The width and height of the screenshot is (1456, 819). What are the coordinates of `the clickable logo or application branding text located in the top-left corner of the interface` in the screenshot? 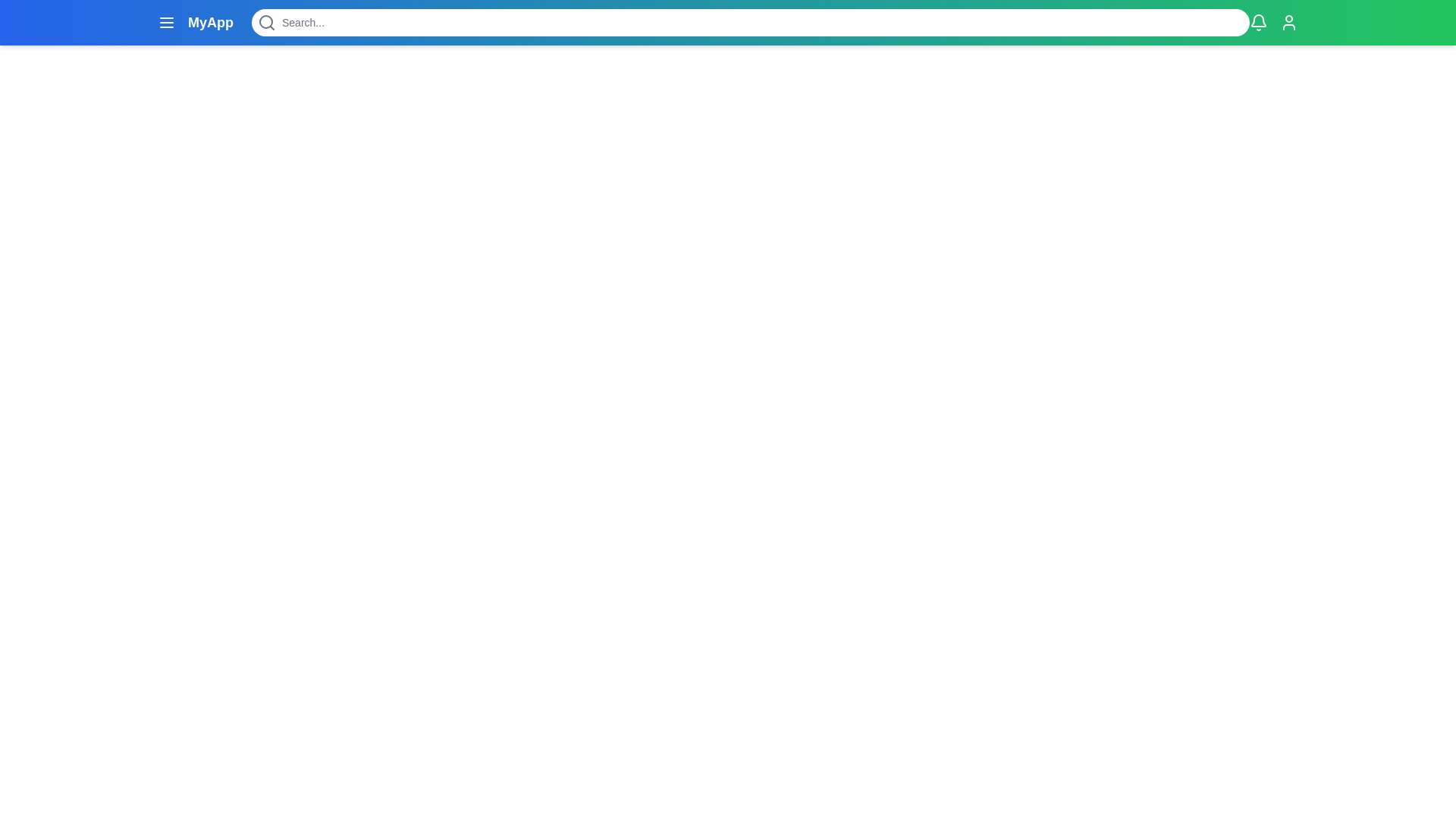 It's located at (195, 23).